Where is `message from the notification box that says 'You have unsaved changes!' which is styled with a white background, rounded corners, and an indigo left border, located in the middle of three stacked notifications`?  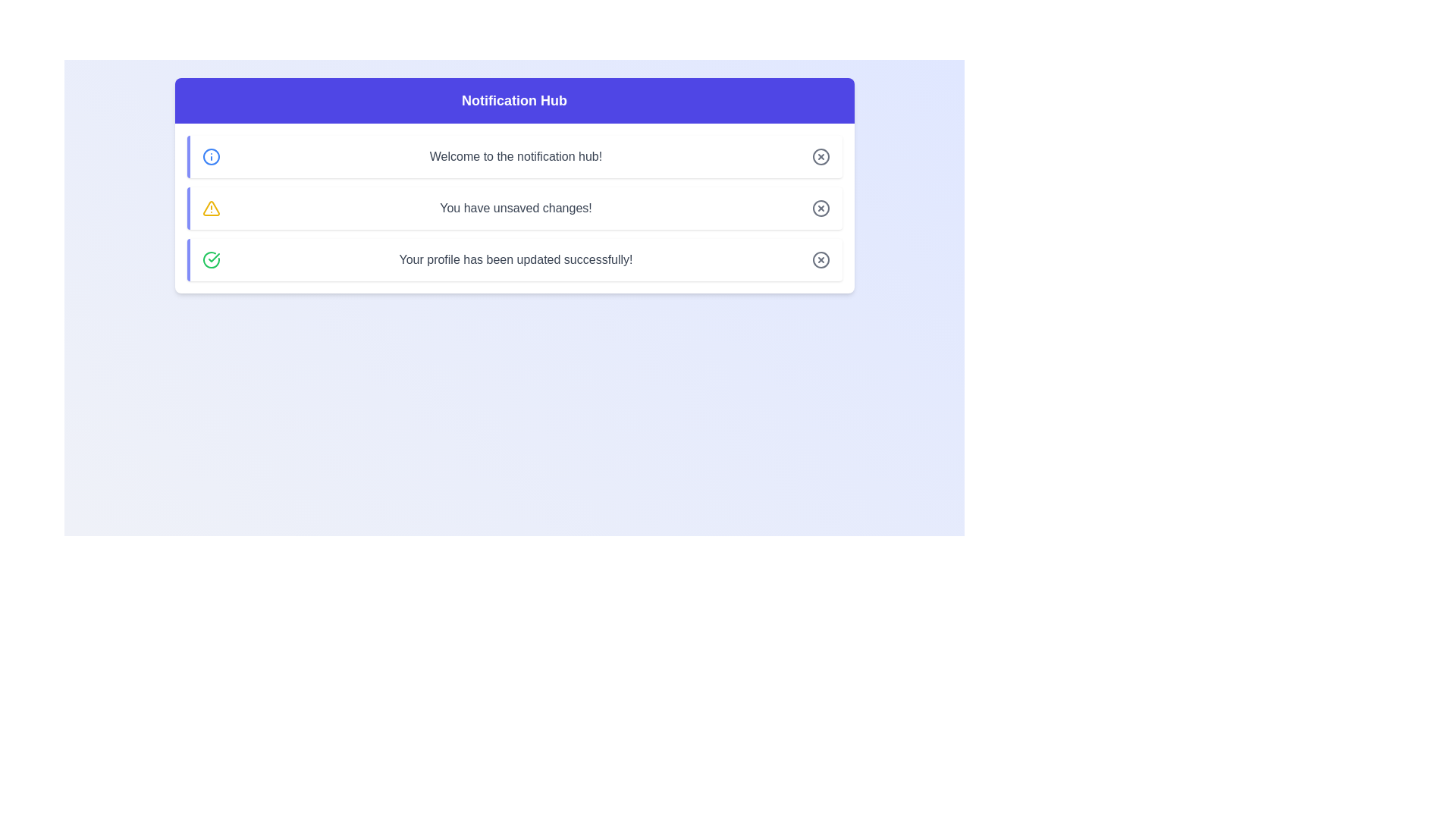
message from the notification box that says 'You have unsaved changes!' which is styled with a white background, rounded corners, and an indigo left border, located in the middle of three stacked notifications is located at coordinates (514, 208).